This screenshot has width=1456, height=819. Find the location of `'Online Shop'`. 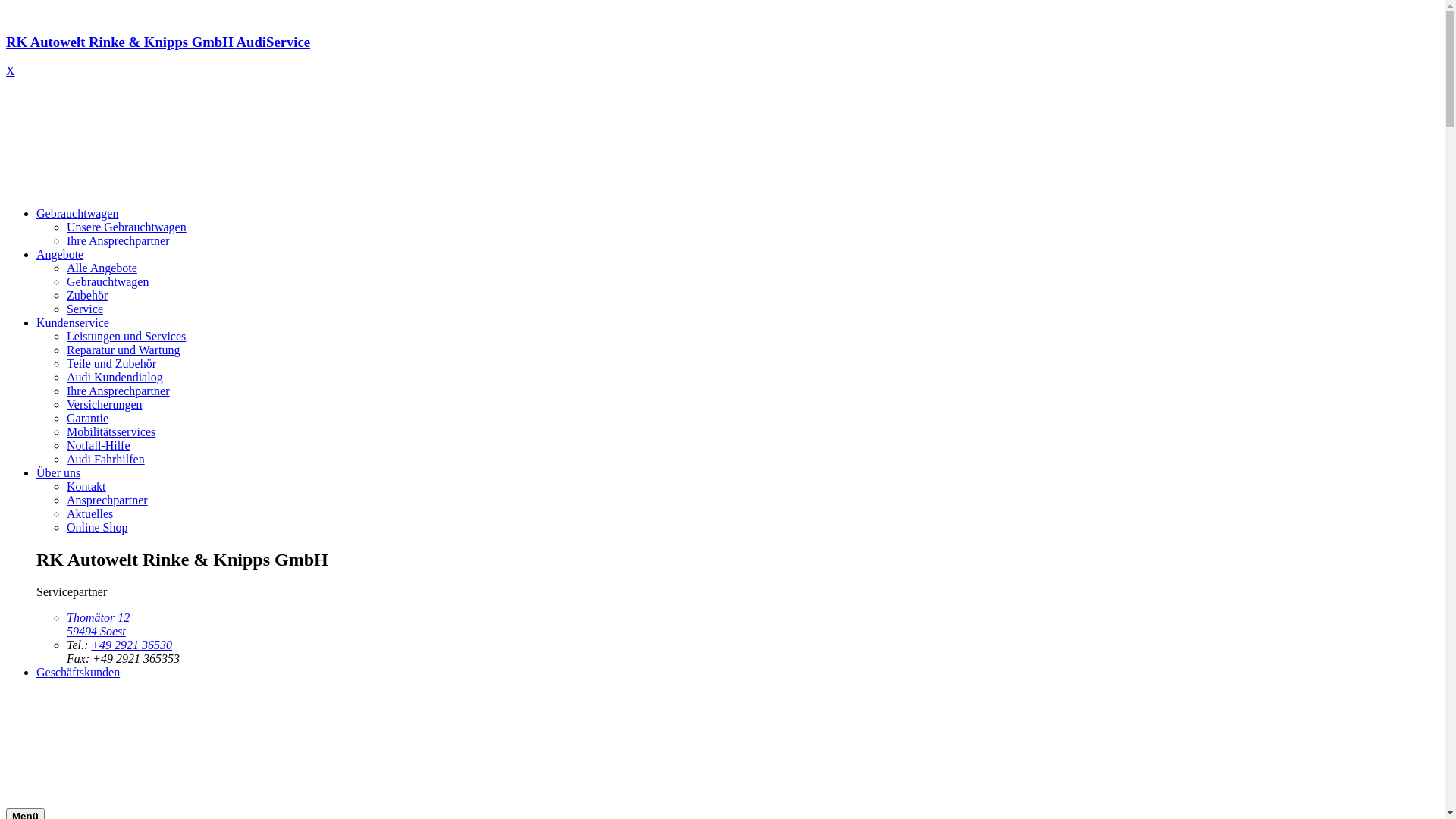

'Online Shop' is located at coordinates (96, 526).